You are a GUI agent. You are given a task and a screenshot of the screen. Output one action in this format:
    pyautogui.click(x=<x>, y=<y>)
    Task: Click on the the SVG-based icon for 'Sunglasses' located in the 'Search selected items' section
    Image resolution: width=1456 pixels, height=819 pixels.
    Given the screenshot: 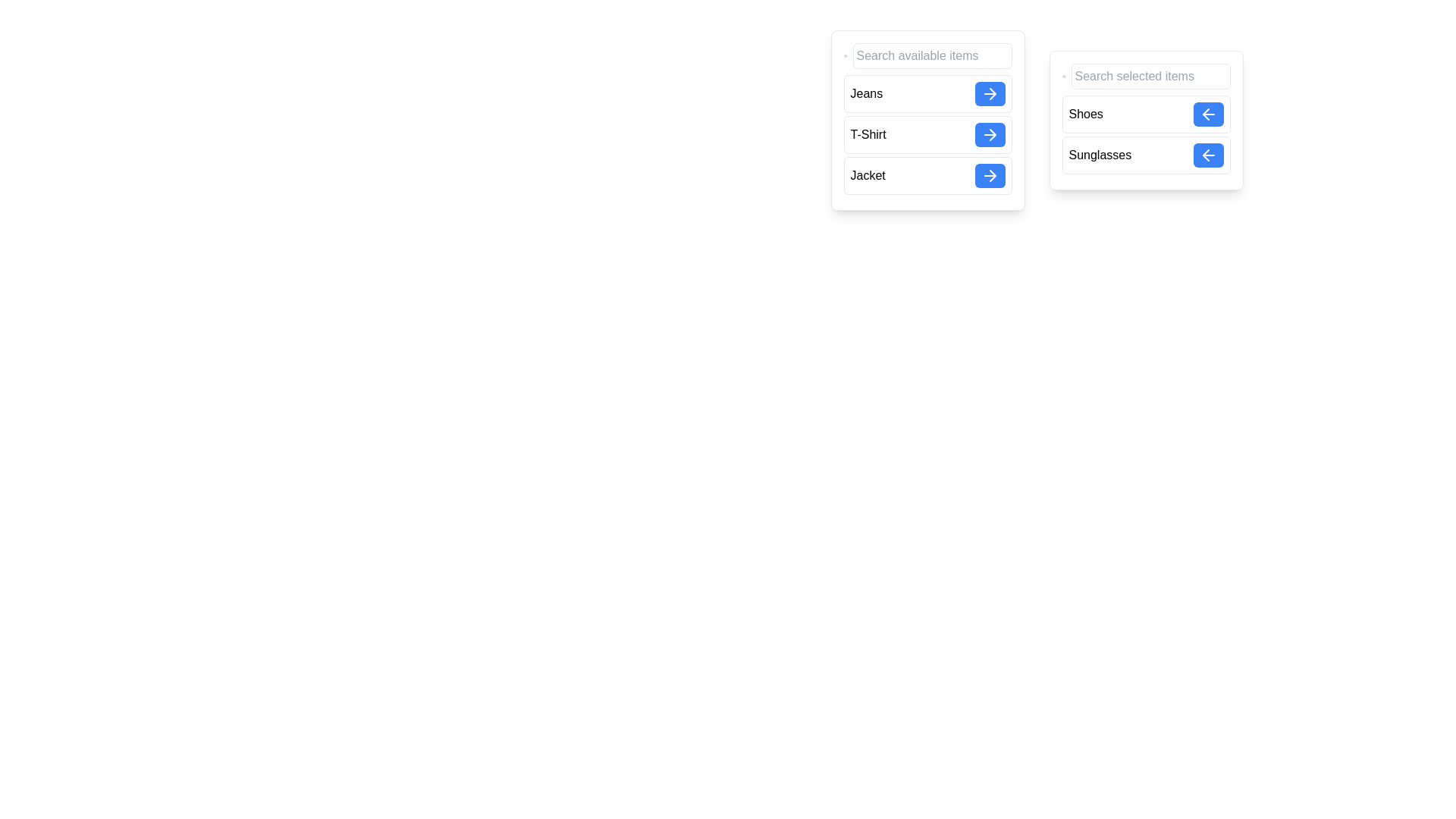 What is the action you would take?
    pyautogui.click(x=1207, y=155)
    